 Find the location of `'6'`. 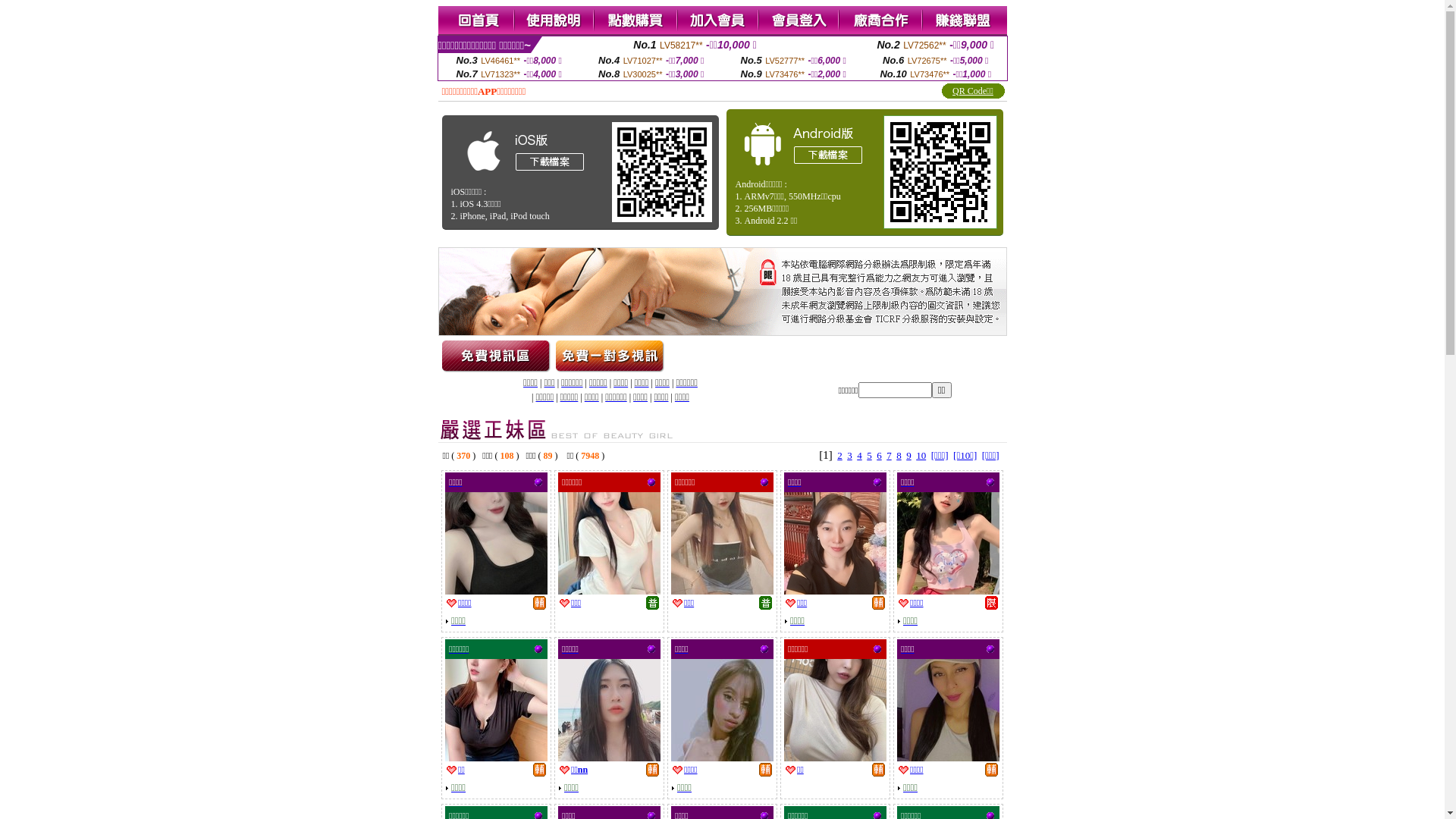

'6' is located at coordinates (879, 454).